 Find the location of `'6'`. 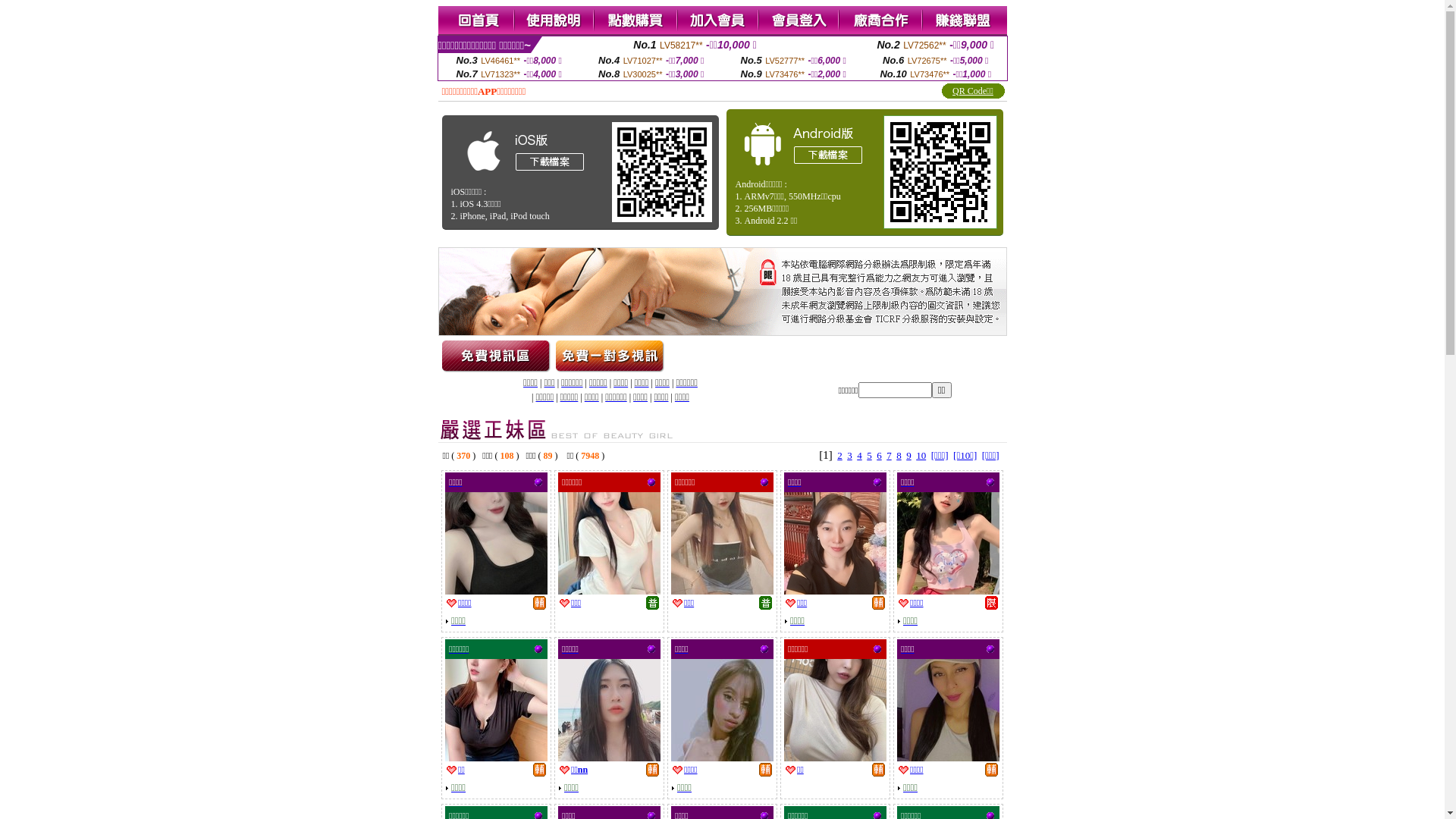

'6' is located at coordinates (879, 454).